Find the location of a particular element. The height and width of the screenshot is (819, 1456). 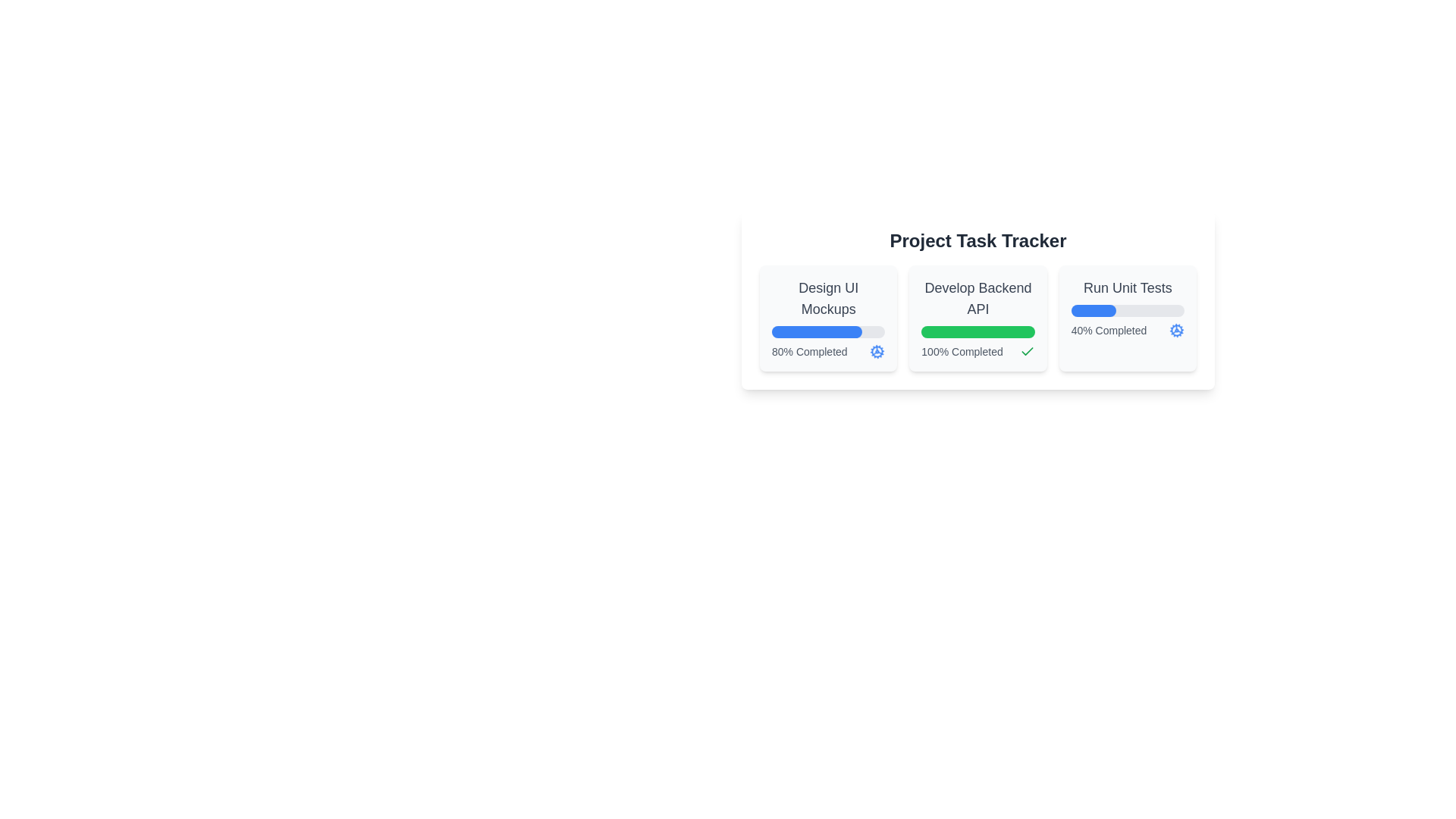

the blue spinning cogwheel loading spinner icon located in the '80% Completed' section of the 'Design UI Mockups' card, positioned to the right of the text '80% Completed' is located at coordinates (877, 351).